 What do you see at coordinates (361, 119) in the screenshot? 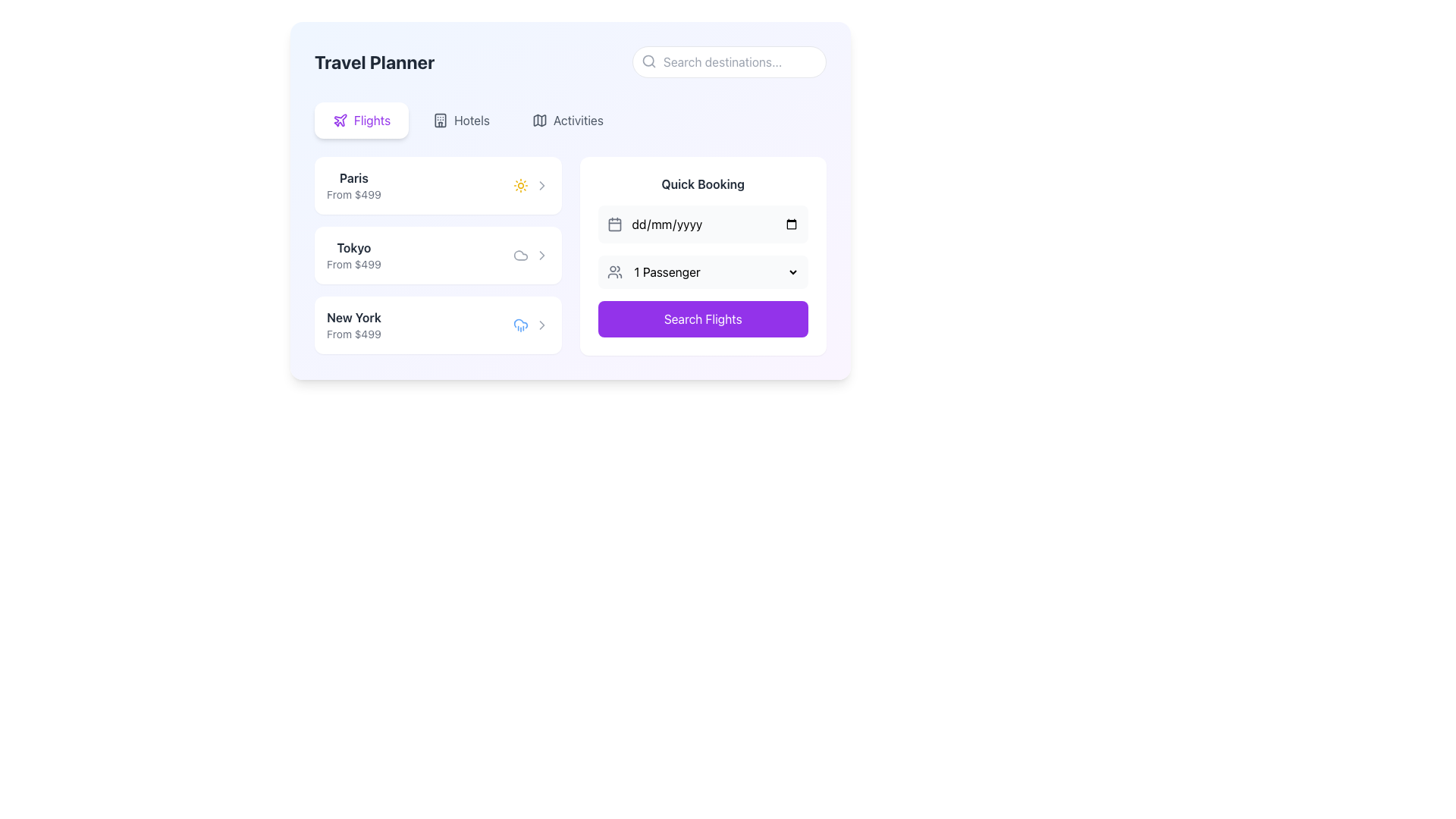
I see `the 'Flights' button, which is the first button in the navigation options below the 'Travel Planner' header, featuring a white background with a purple airplane icon and purple text` at bounding box center [361, 119].